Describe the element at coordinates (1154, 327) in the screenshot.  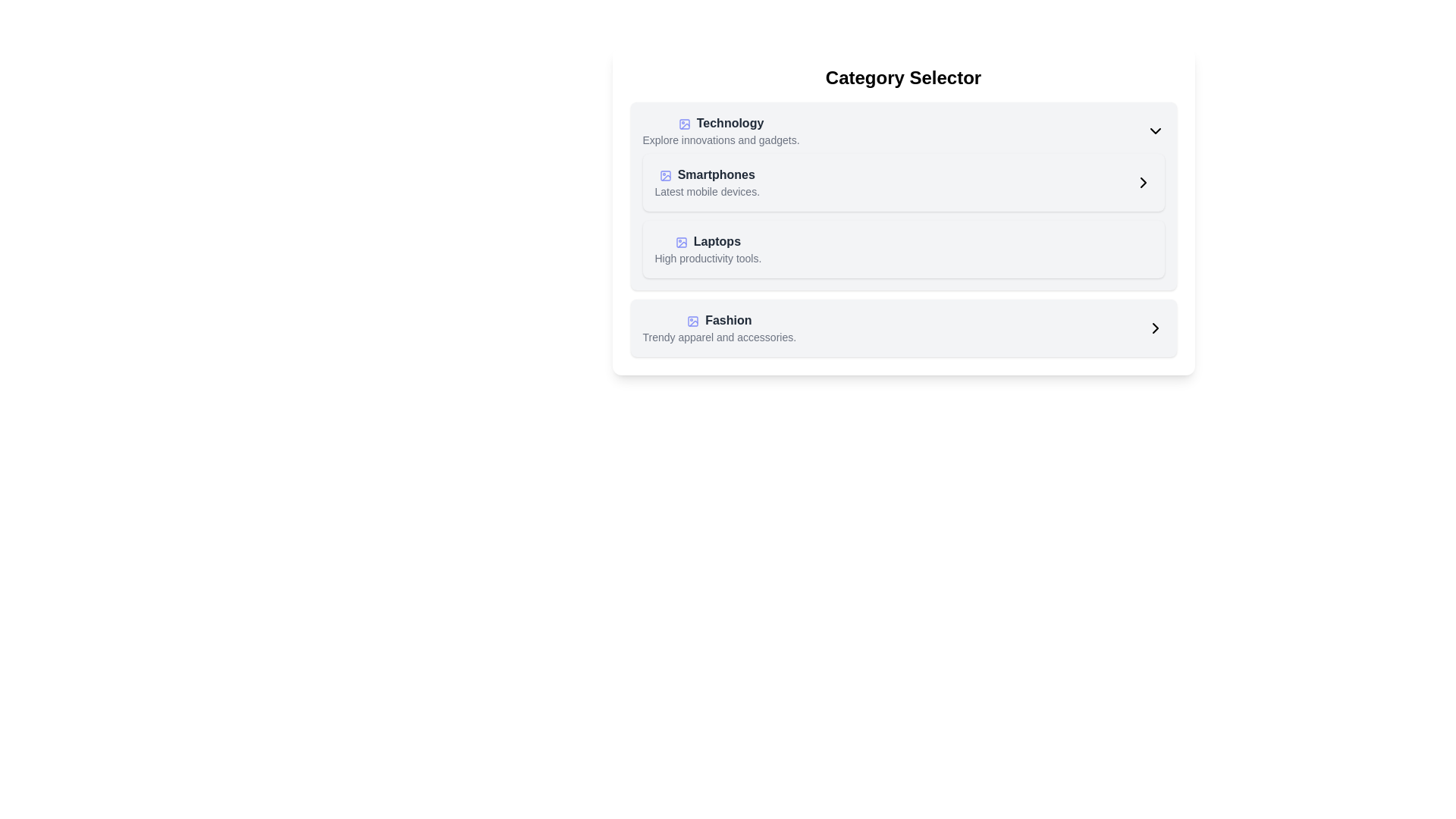
I see `the Chevron Right Navigation icon located in the bottom-right of the Fashion category section` at that location.